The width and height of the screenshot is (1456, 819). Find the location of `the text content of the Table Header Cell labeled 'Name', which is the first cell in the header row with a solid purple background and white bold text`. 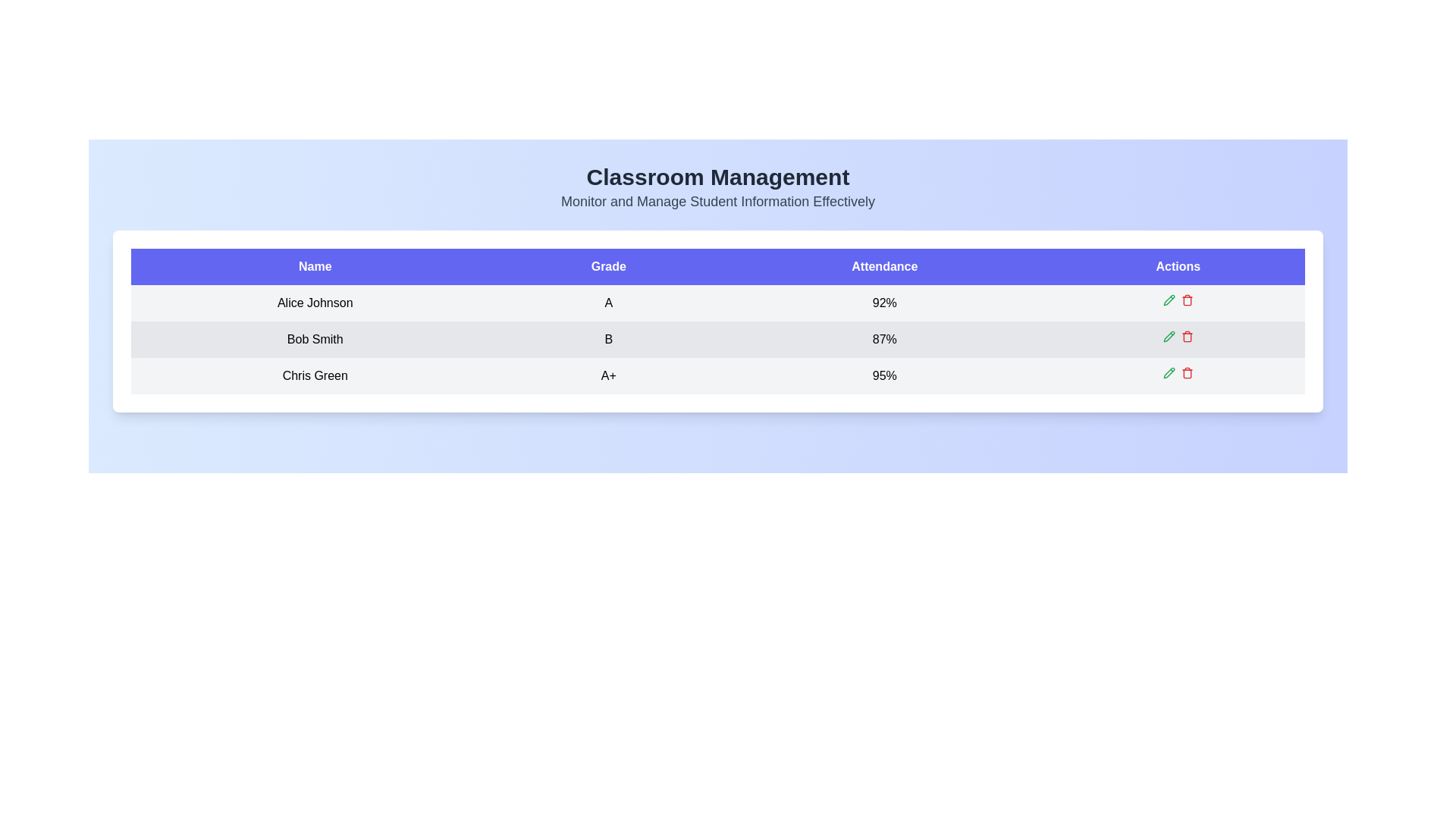

the text content of the Table Header Cell labeled 'Name', which is the first cell in the header row with a solid purple background and white bold text is located at coordinates (314, 265).